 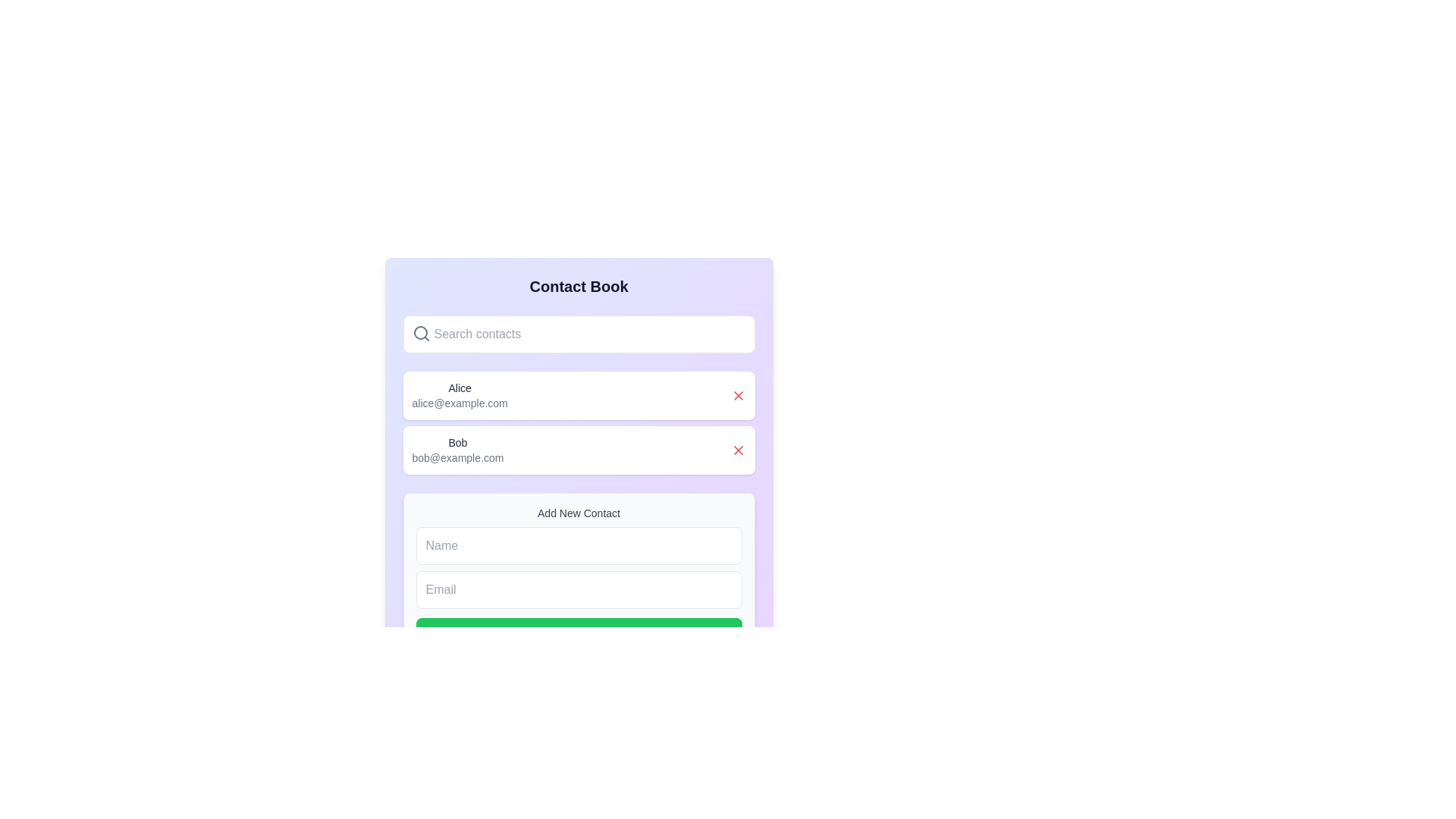 What do you see at coordinates (578, 394) in the screenshot?
I see `the first contact card in the contact book, which displays the name and email of the contact, located below the search bar` at bounding box center [578, 394].